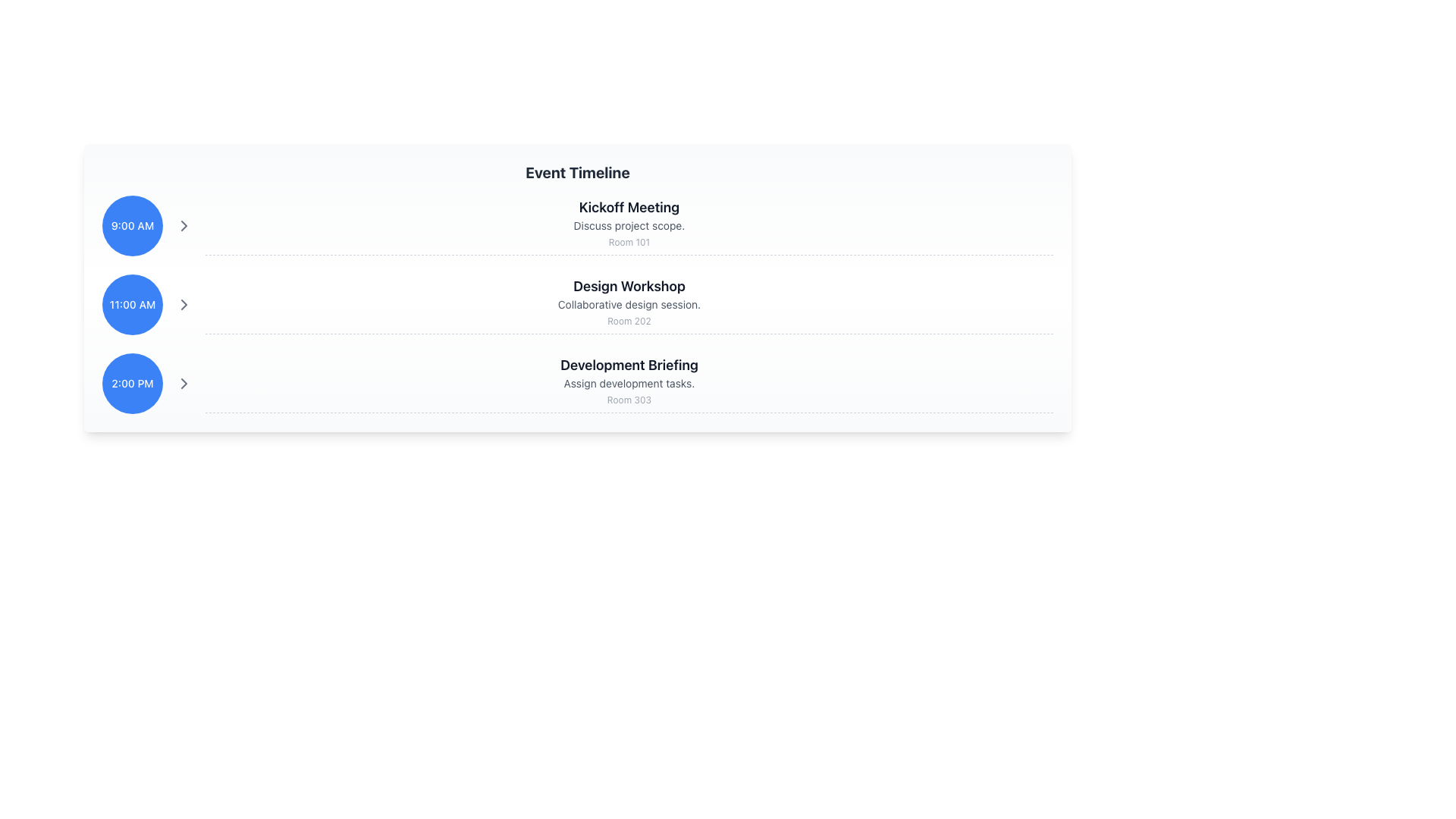  Describe the element at coordinates (629, 304) in the screenshot. I see `the informational text block titled 'Design Workshop', which includes the subtitle 'Collaborative design session.' and the room number 'Room 202', visually distinguished by a dashed underline` at that location.